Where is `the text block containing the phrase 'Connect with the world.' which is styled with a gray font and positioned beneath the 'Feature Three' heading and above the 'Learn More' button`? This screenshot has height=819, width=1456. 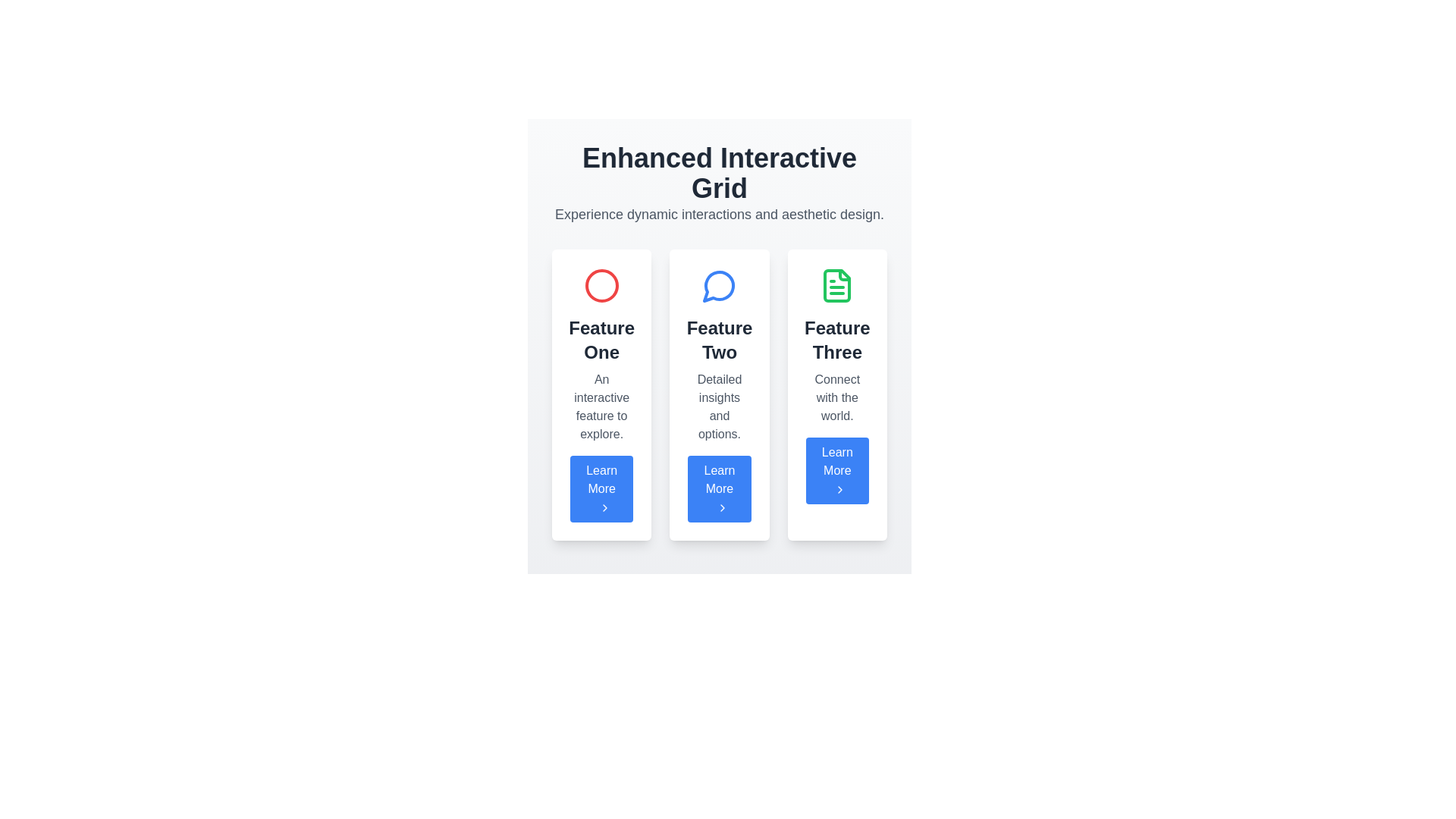 the text block containing the phrase 'Connect with the world.' which is styled with a gray font and positioned beneath the 'Feature Three' heading and above the 'Learn More' button is located at coordinates (836, 397).